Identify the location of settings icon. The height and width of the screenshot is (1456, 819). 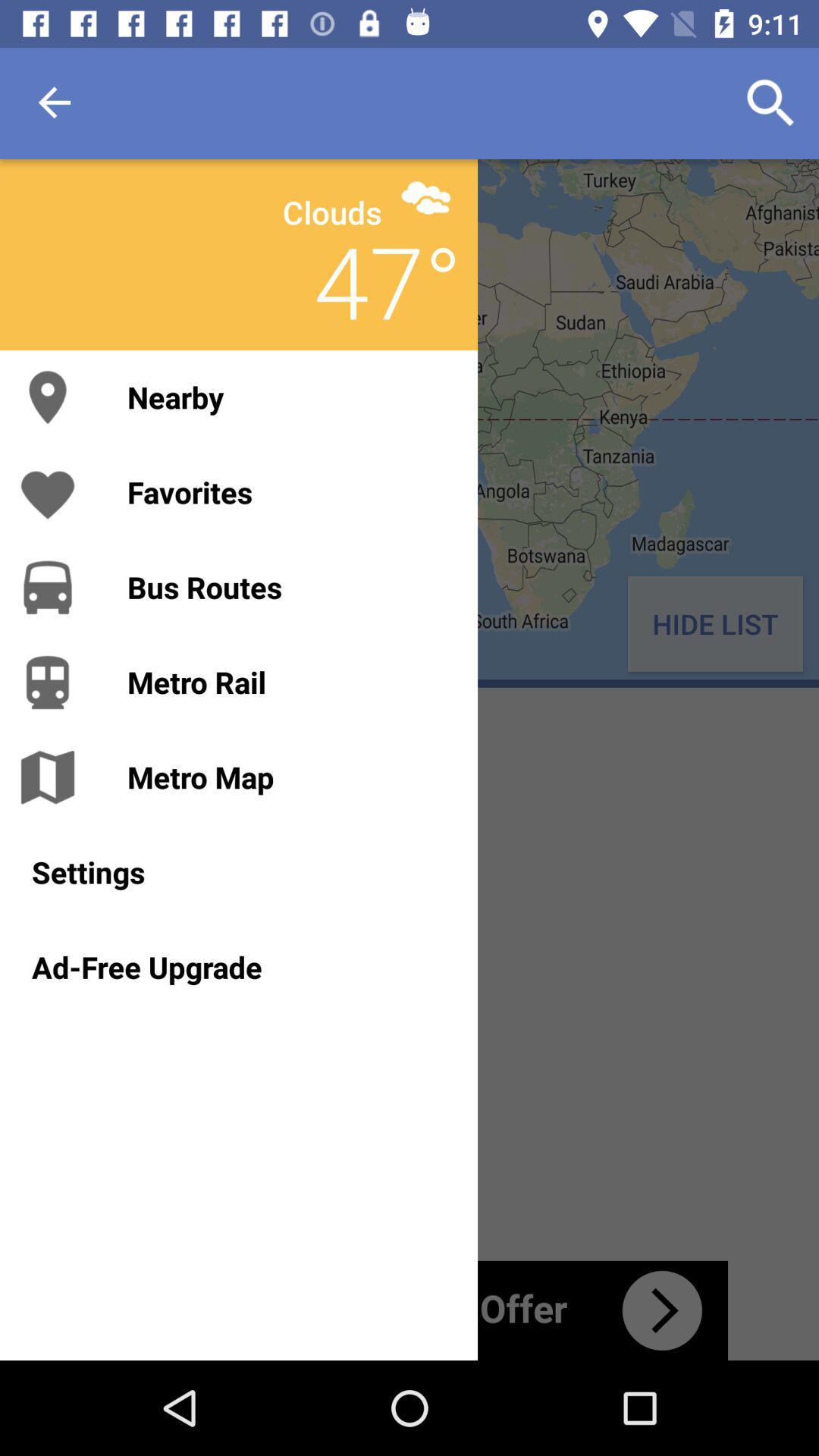
(239, 872).